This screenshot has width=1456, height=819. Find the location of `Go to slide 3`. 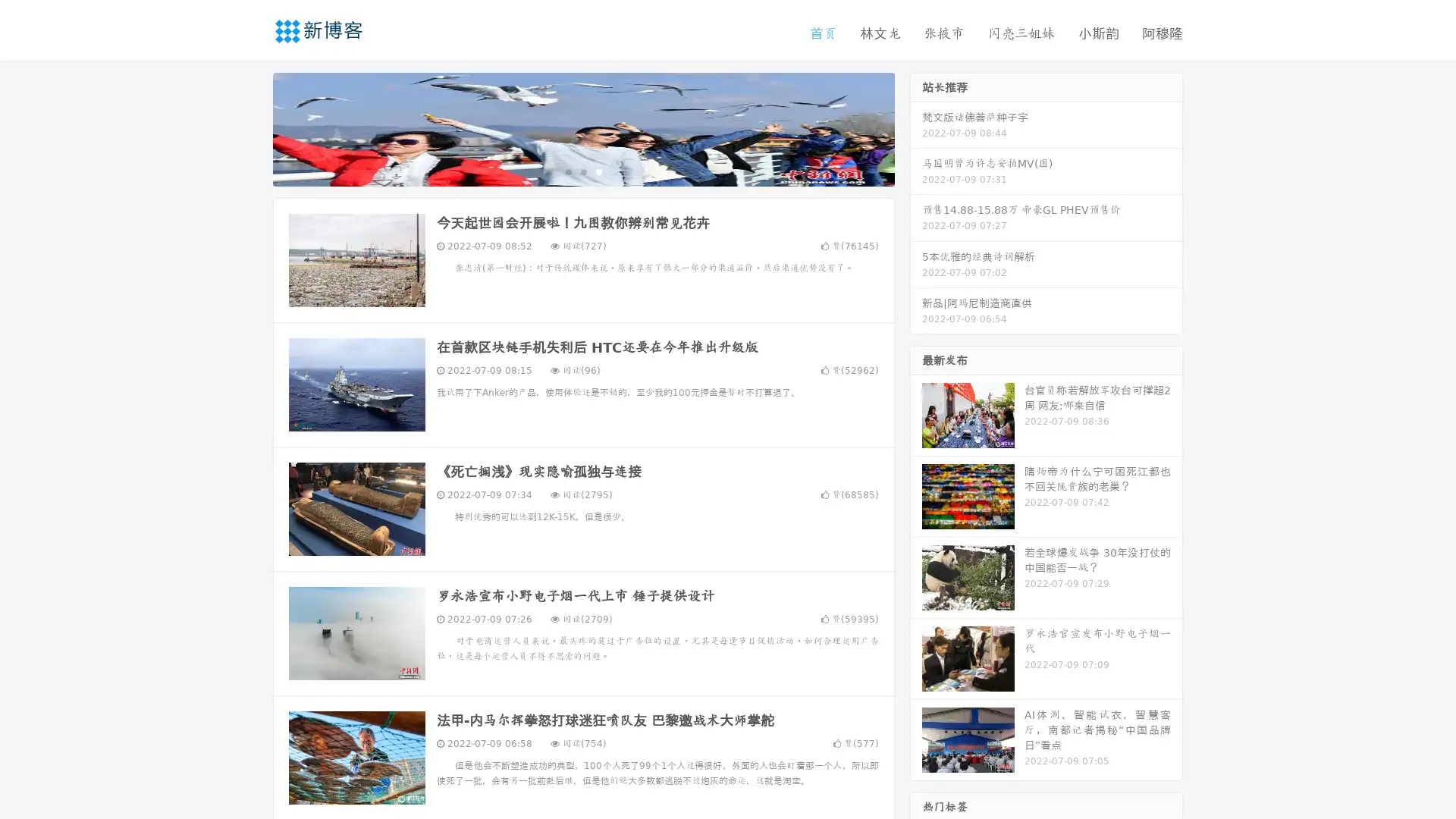

Go to slide 3 is located at coordinates (598, 171).